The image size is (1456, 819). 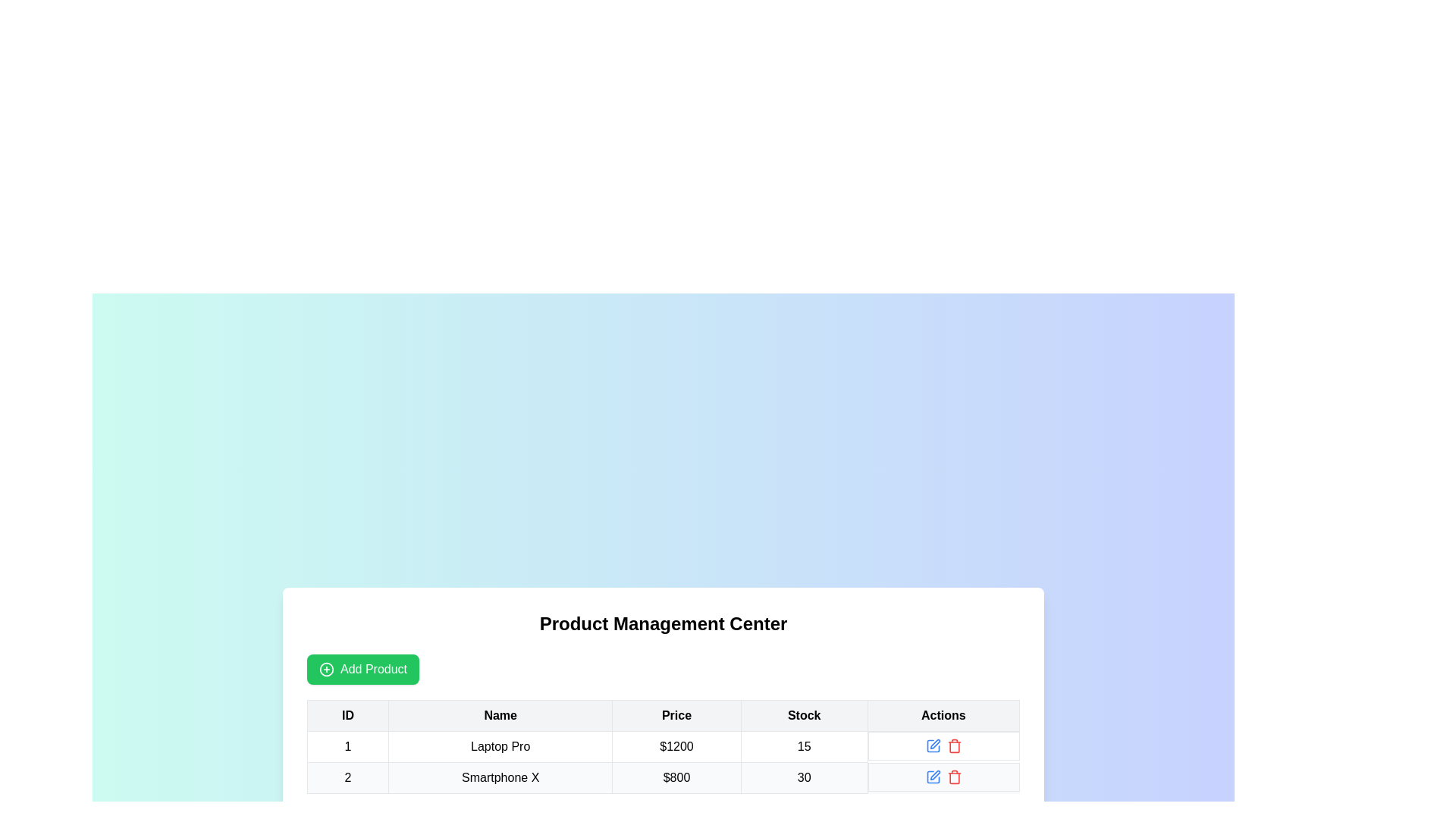 I want to click on the text label that serves as the title for the product management section, located above the 'Add Product' button, so click(x=663, y=623).